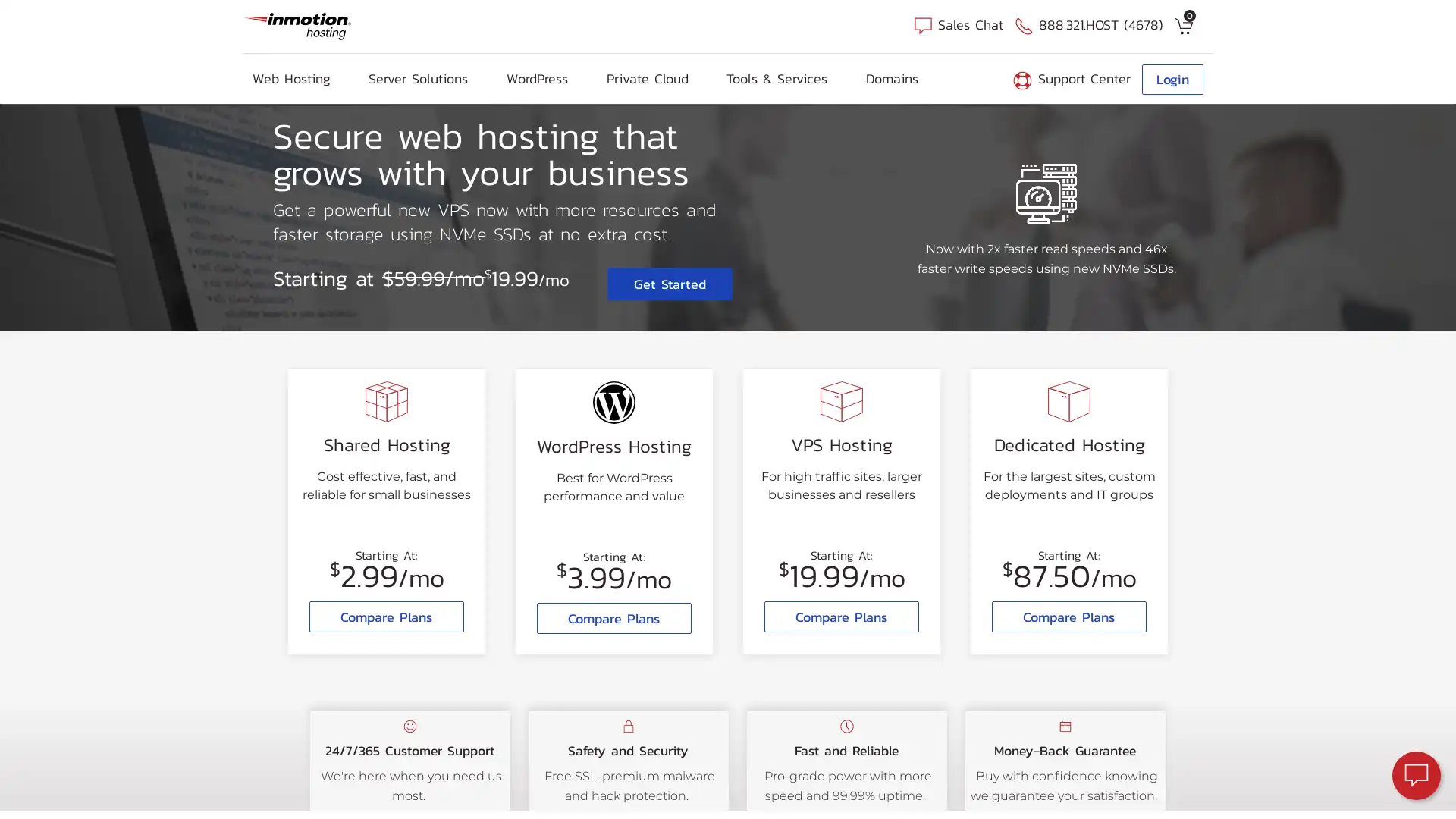 This screenshot has height=819, width=1456. What do you see at coordinates (1068, 617) in the screenshot?
I see `Compare Plans` at bounding box center [1068, 617].